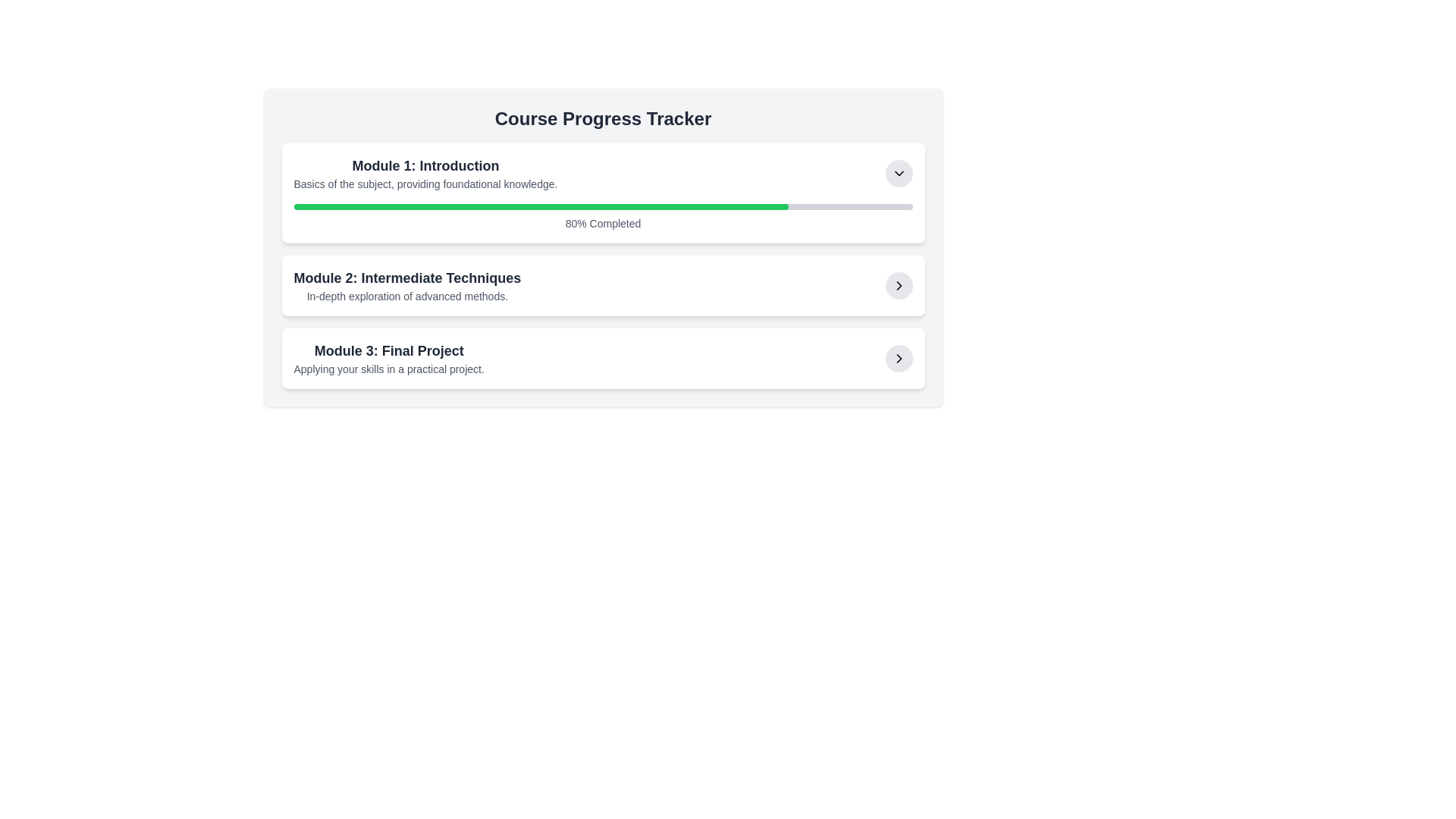 The width and height of the screenshot is (1456, 819). Describe the element at coordinates (407, 296) in the screenshot. I see `the Text label positioned below the title 'Module 2: Intermediate Techniques', which is styled in a smaller font size and lighter gray color` at that location.